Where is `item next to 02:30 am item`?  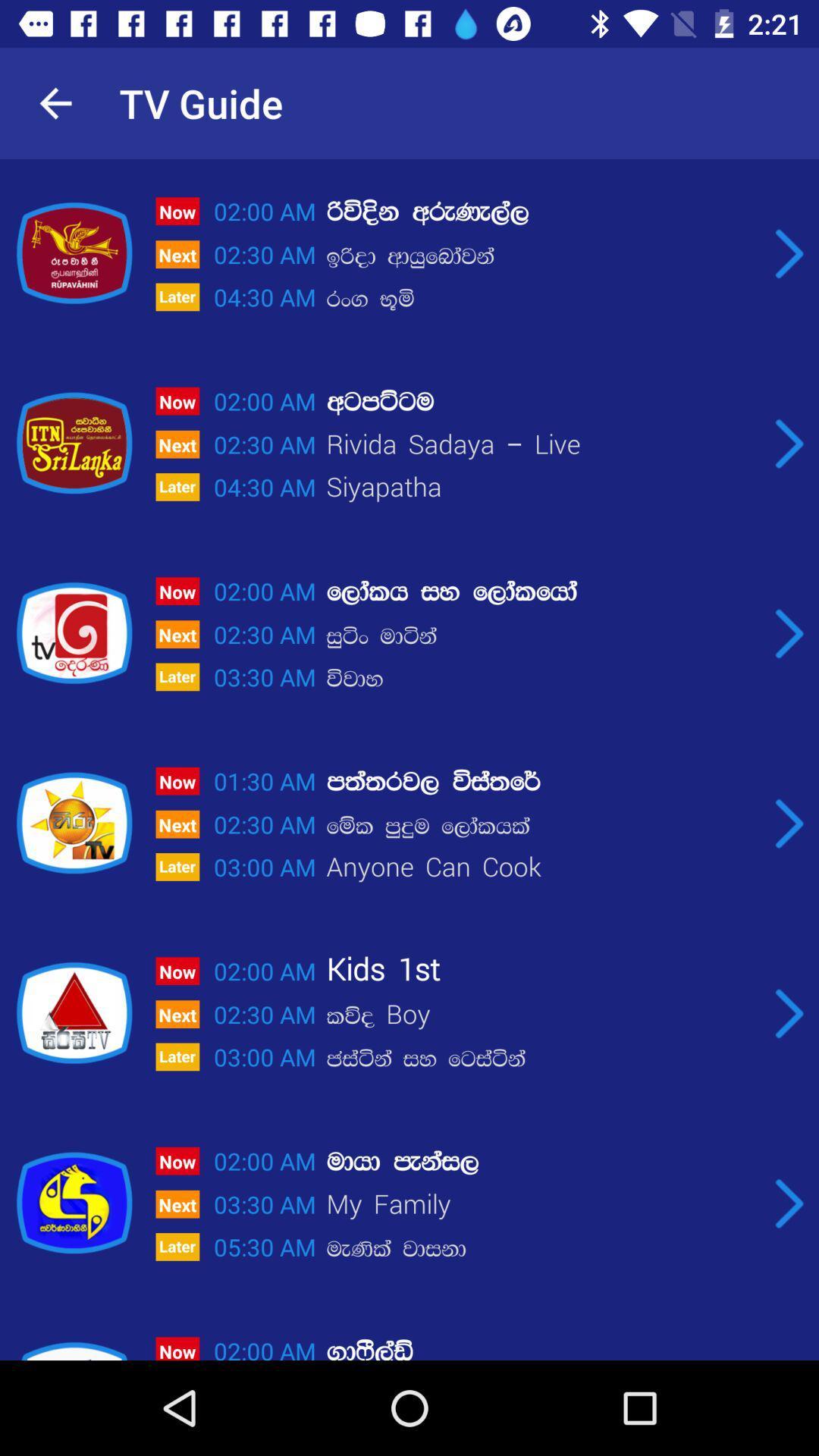 item next to 02:30 am item is located at coordinates (541, 256).